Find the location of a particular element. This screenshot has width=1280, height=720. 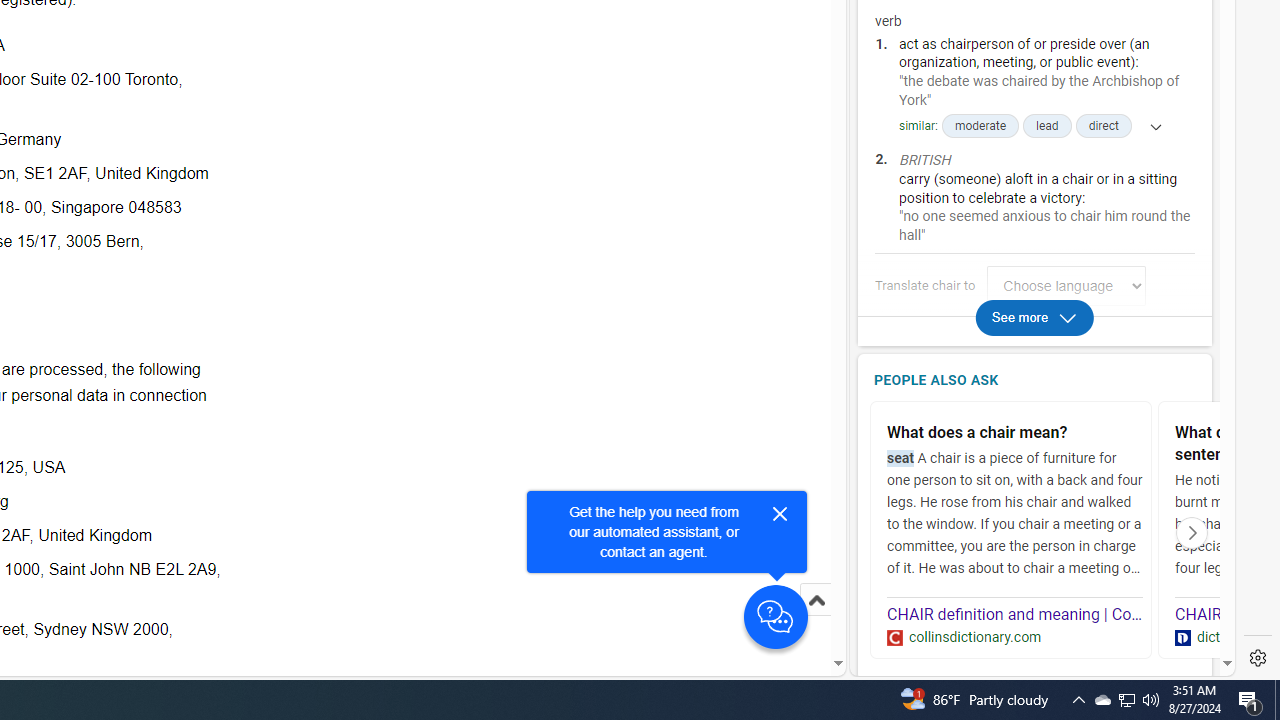

'direct' is located at coordinates (1102, 126).